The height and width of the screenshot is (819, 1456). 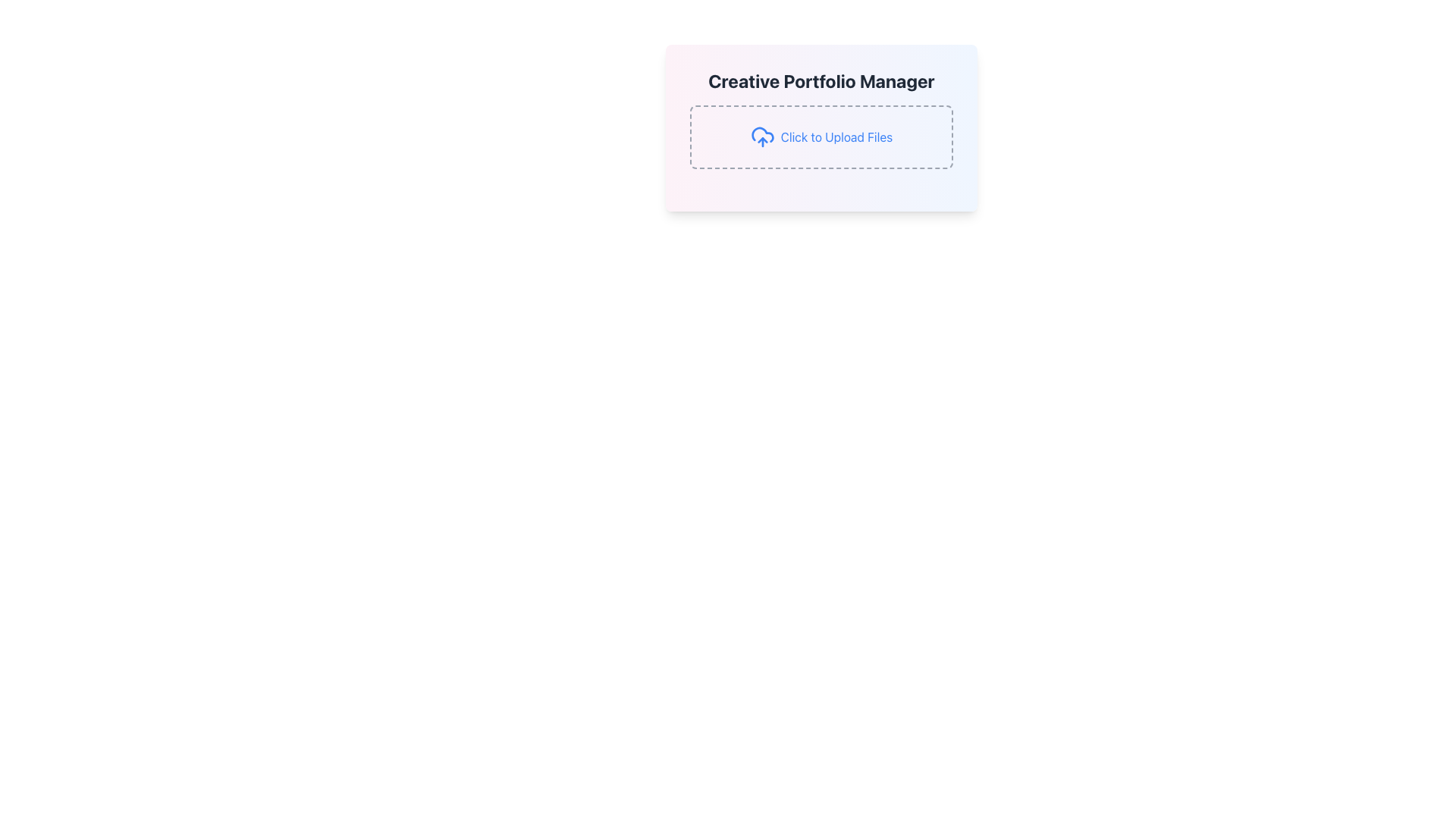 I want to click on the 'Click to Upload Files' button, which is styled in blue and has a cloud upload icon to its left, to change its color, so click(x=821, y=137).